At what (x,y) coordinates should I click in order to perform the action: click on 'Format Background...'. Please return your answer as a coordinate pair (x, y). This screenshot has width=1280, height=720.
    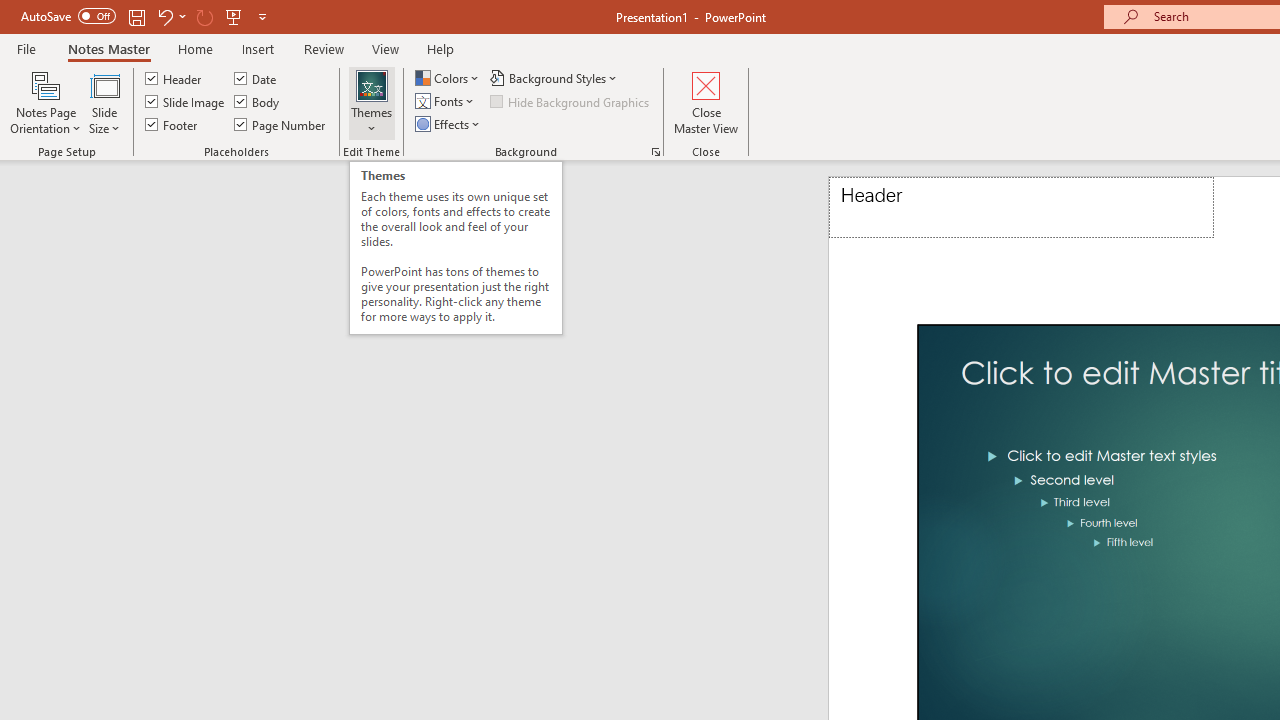
    Looking at the image, I should click on (656, 150).